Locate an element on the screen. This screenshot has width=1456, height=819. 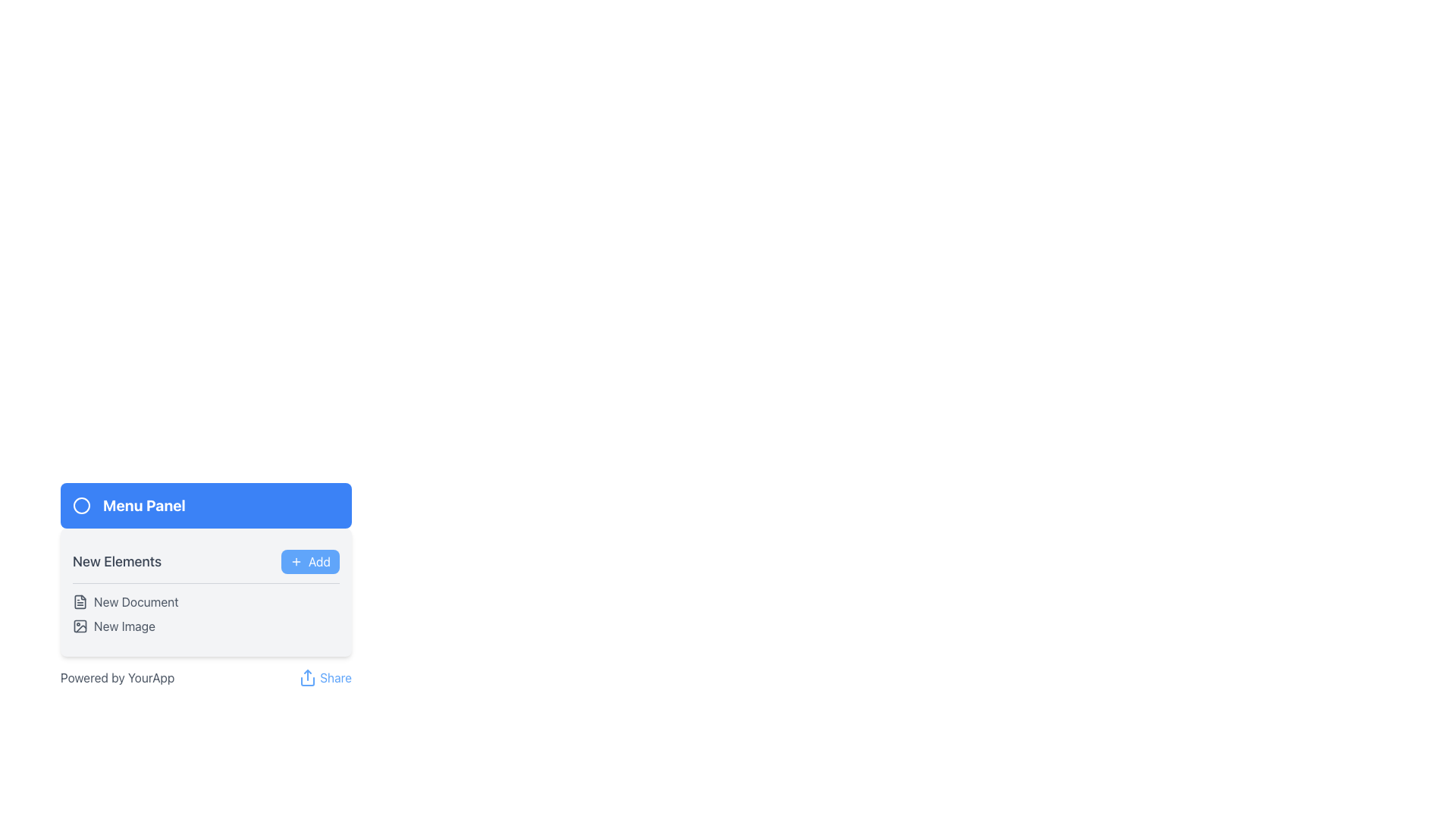
the decorative Circle icon located in the Menu Panel section at the top-left corner is located at coordinates (81, 506).